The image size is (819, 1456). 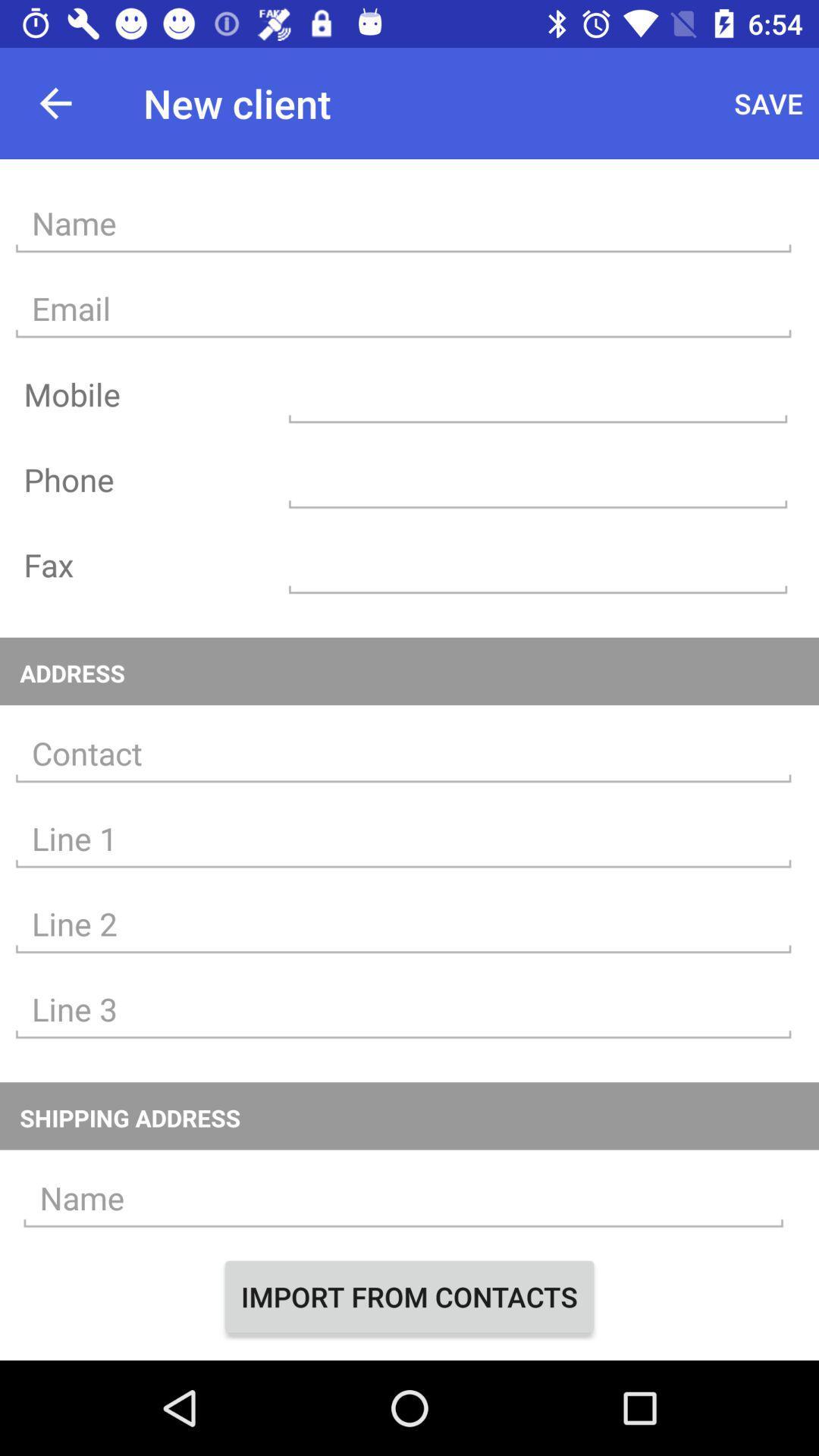 I want to click on e-mail, so click(x=403, y=308).